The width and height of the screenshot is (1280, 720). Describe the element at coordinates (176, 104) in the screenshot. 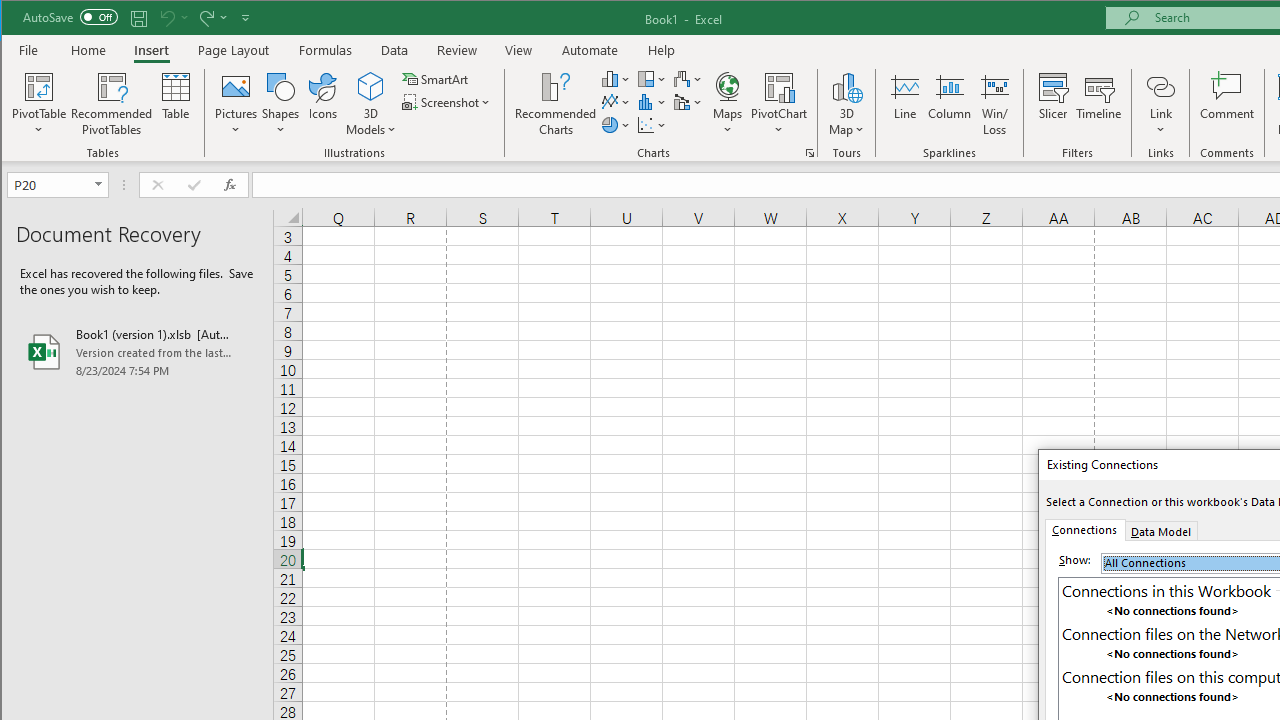

I see `'Table'` at that location.